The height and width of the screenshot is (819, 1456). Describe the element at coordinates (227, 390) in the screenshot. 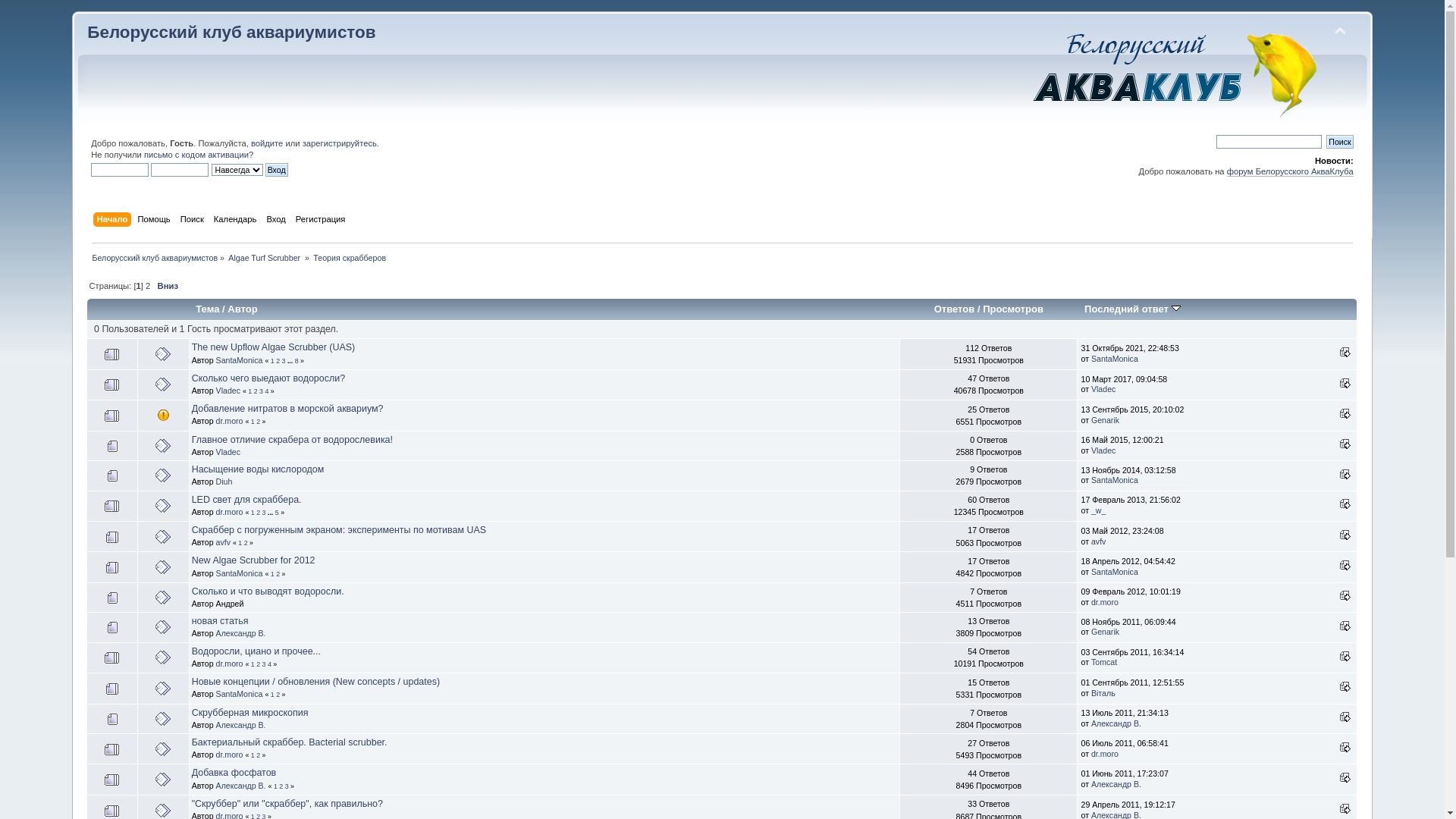

I see `'Vladec'` at that location.